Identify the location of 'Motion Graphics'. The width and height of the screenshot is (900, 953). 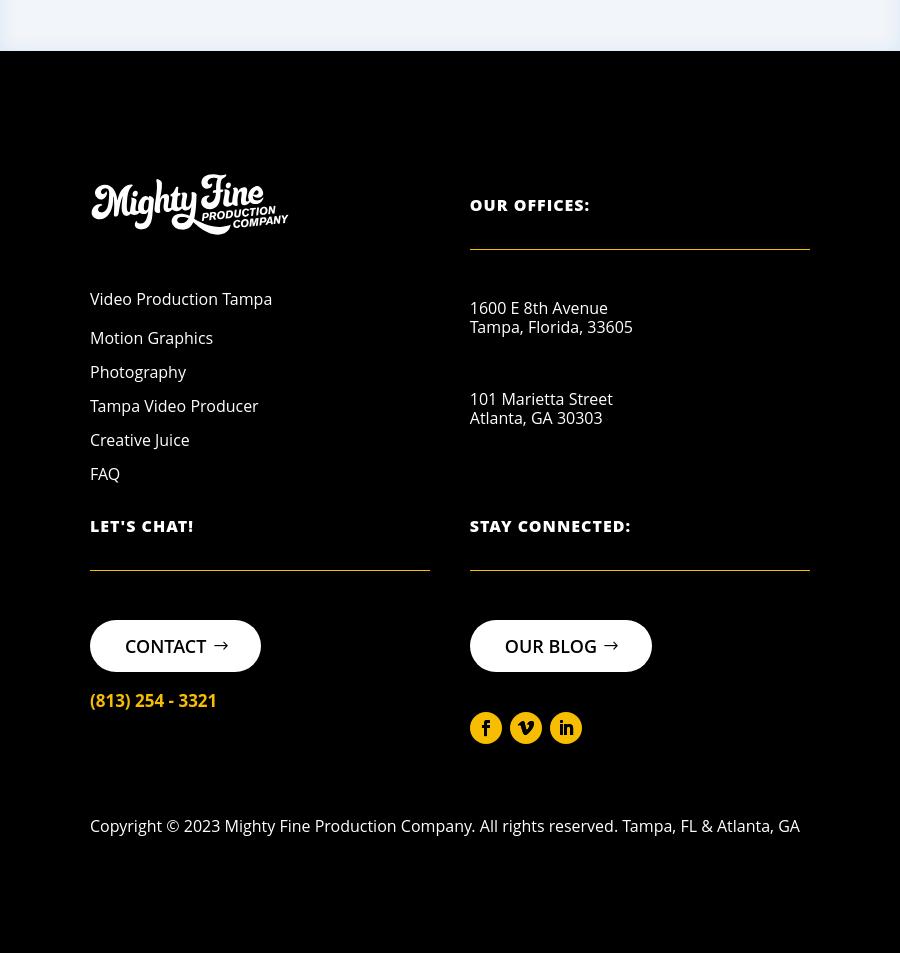
(151, 337).